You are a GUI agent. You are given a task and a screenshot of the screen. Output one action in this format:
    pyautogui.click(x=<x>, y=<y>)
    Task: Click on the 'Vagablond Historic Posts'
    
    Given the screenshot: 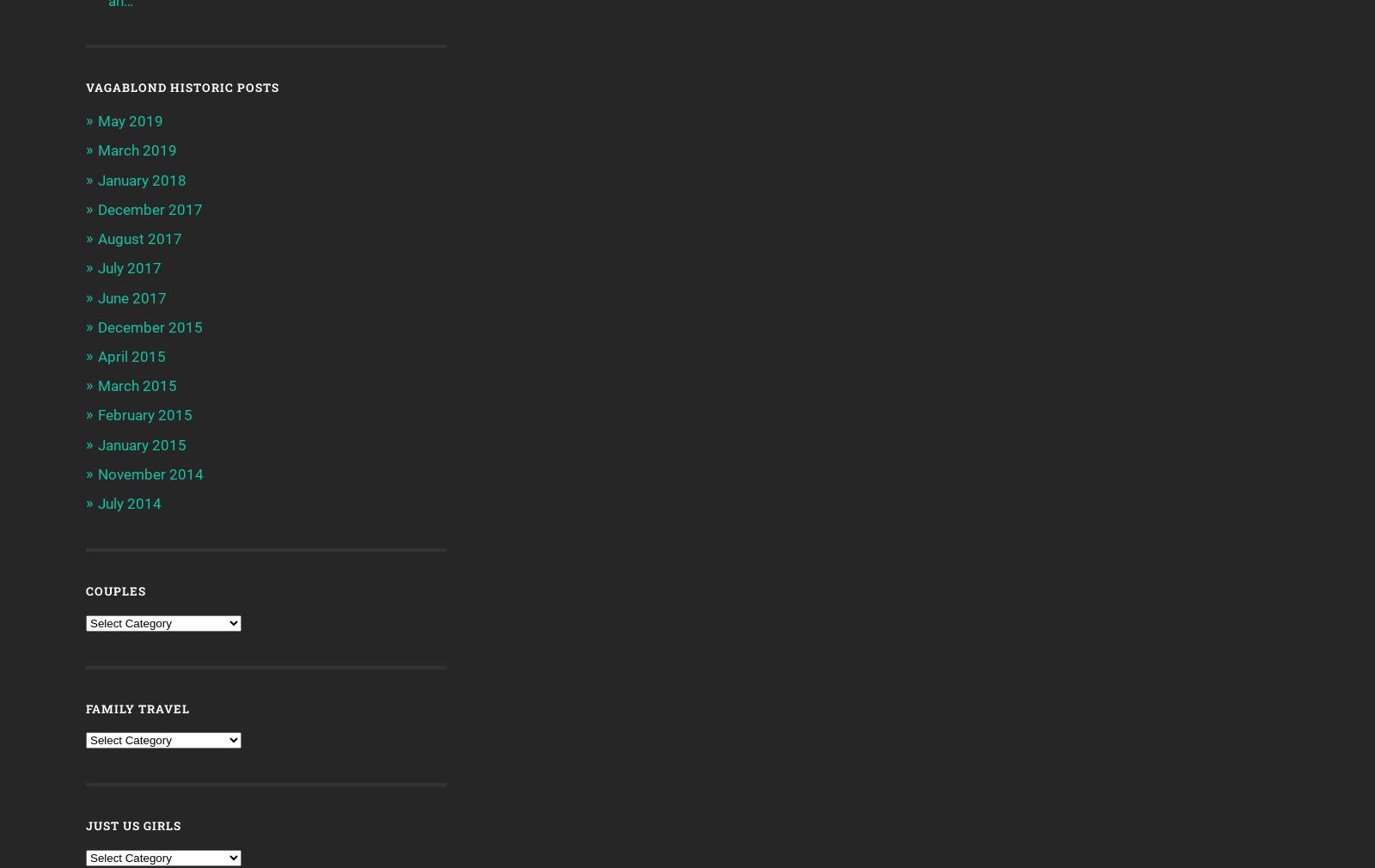 What is the action you would take?
    pyautogui.click(x=182, y=86)
    